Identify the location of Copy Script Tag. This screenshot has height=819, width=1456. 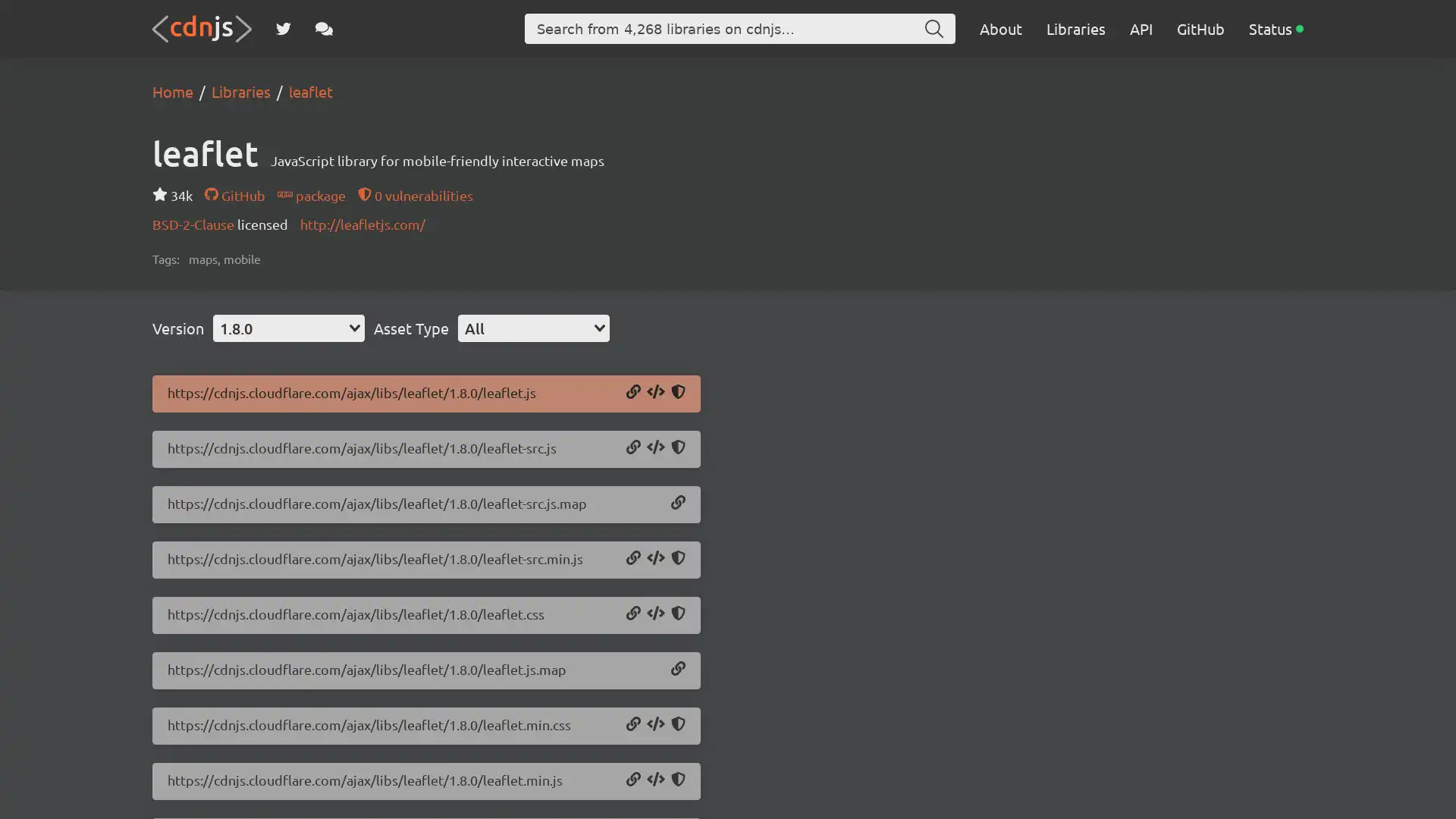
(655, 780).